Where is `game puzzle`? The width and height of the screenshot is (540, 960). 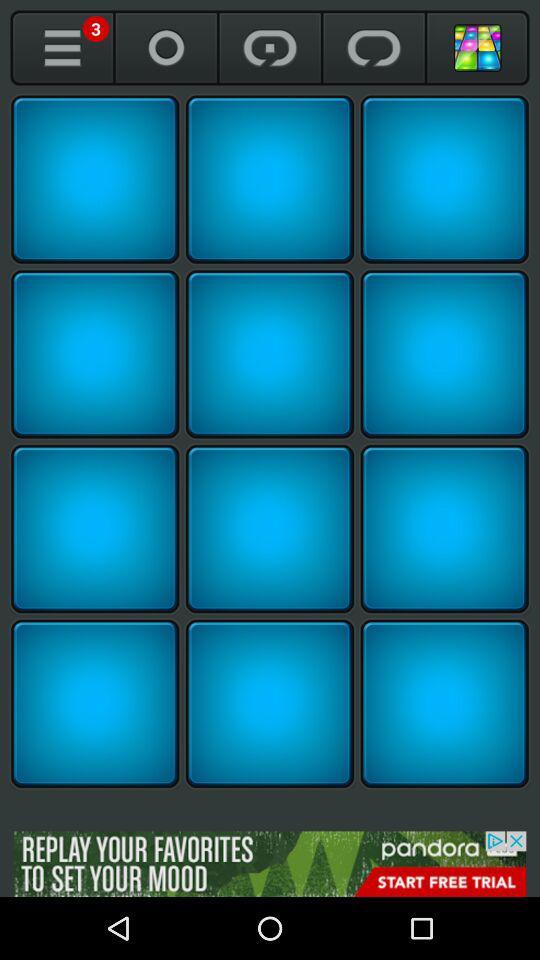 game puzzle is located at coordinates (94, 354).